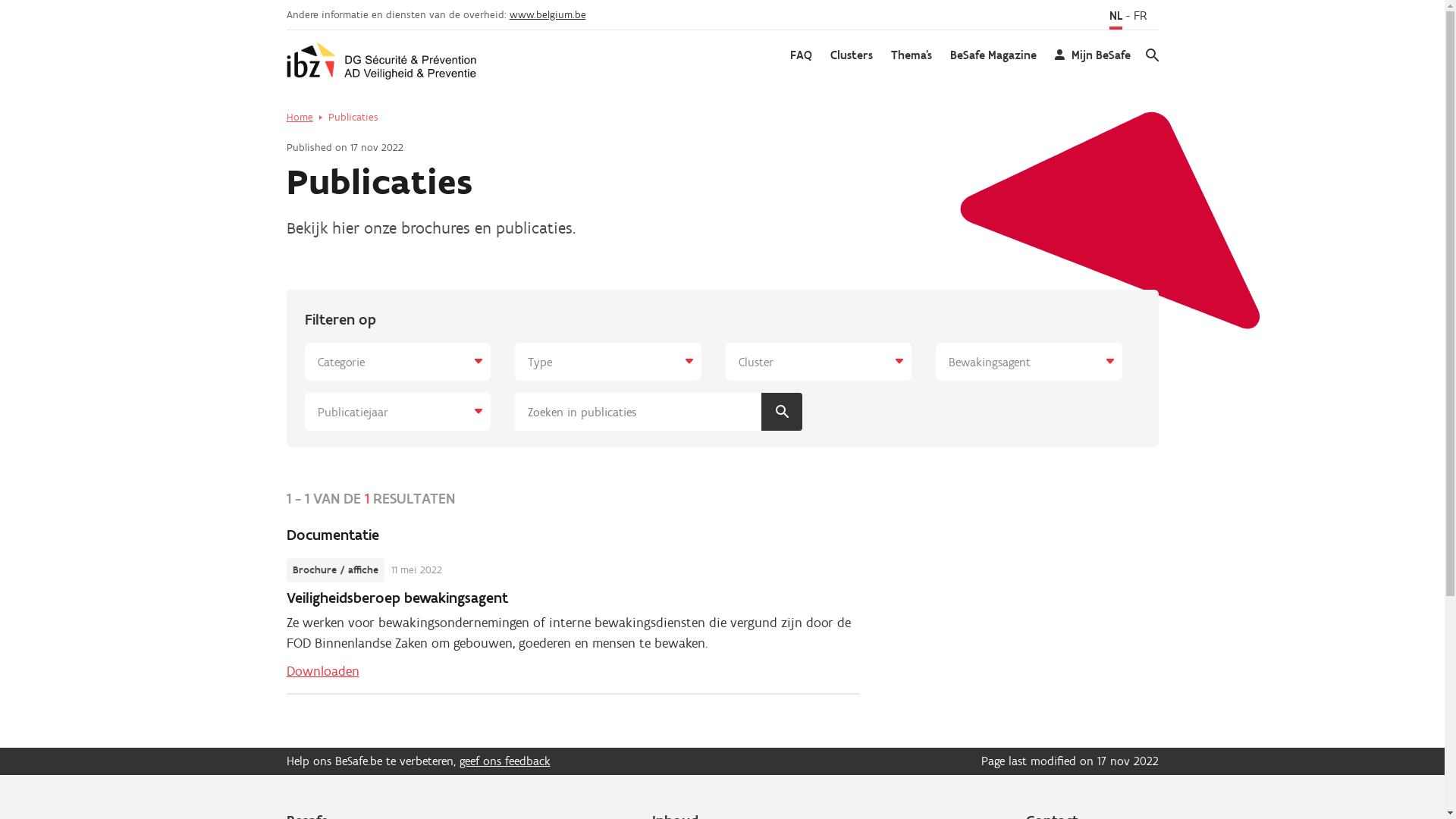  I want to click on 'Thema's', so click(910, 55).